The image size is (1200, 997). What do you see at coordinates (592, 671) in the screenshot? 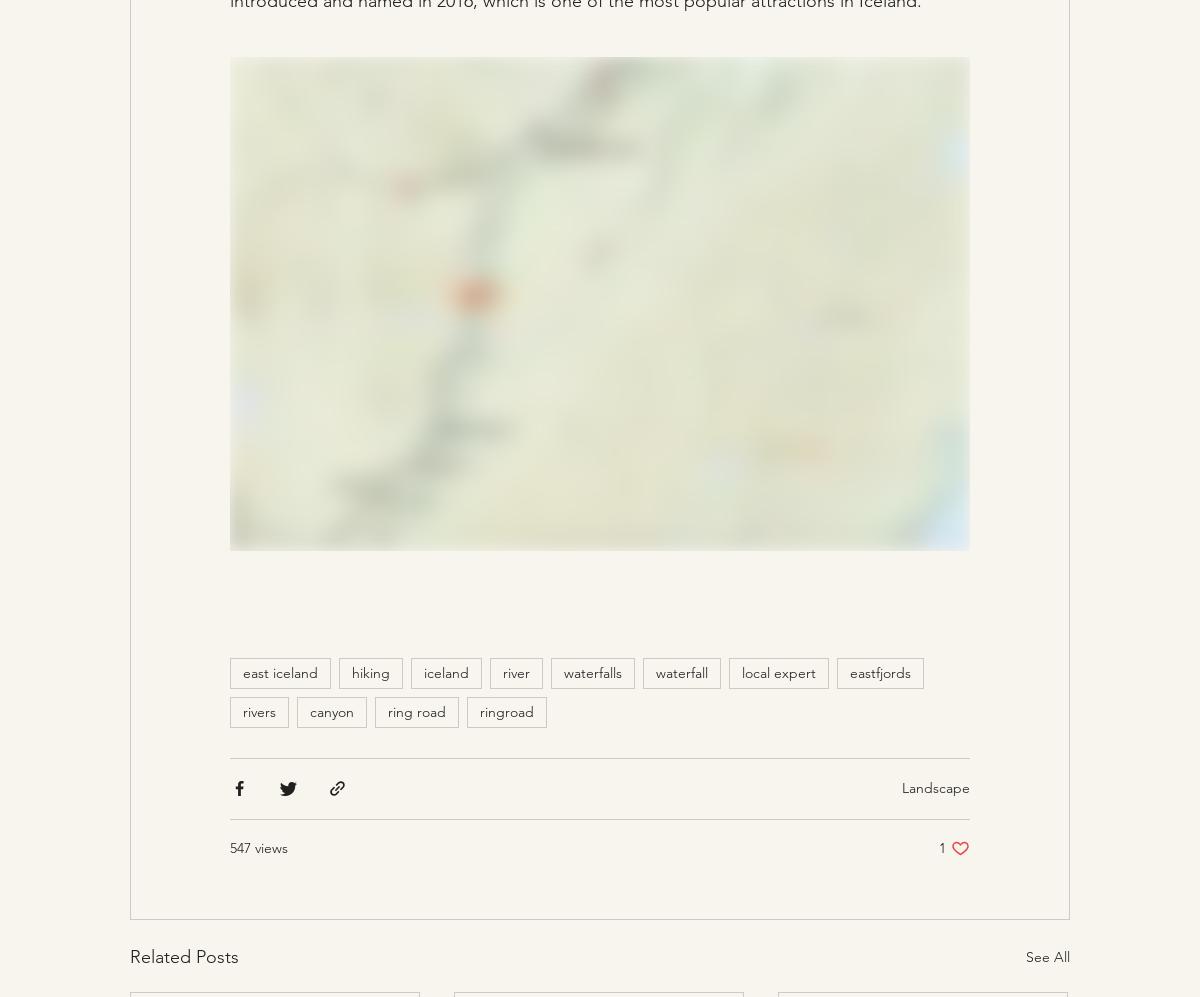
I see `'waterfalls'` at bounding box center [592, 671].